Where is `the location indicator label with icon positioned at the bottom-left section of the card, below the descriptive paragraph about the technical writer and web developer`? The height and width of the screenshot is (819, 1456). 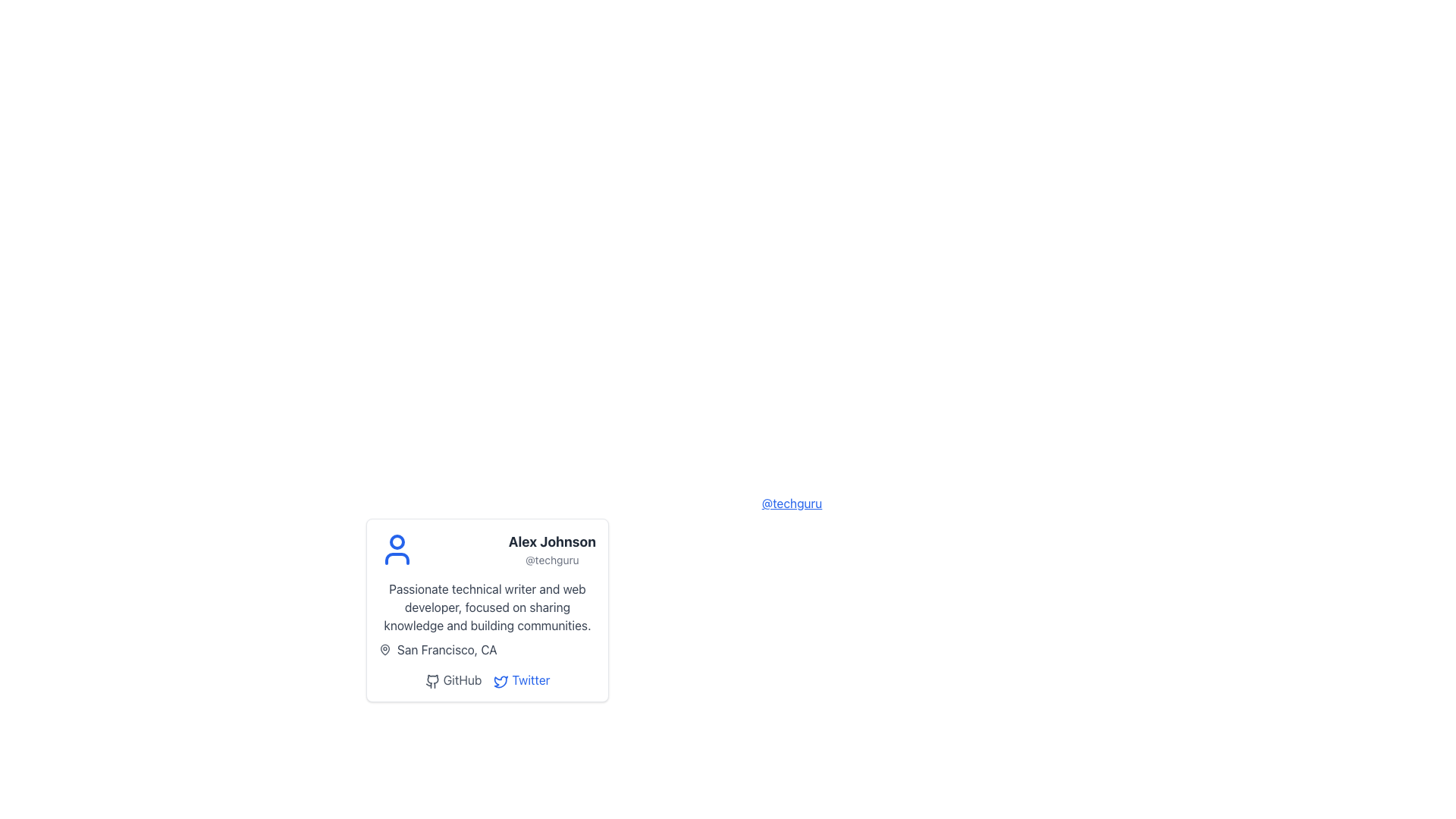 the location indicator label with icon positioned at the bottom-left section of the card, below the descriptive paragraph about the technical writer and web developer is located at coordinates (488, 648).